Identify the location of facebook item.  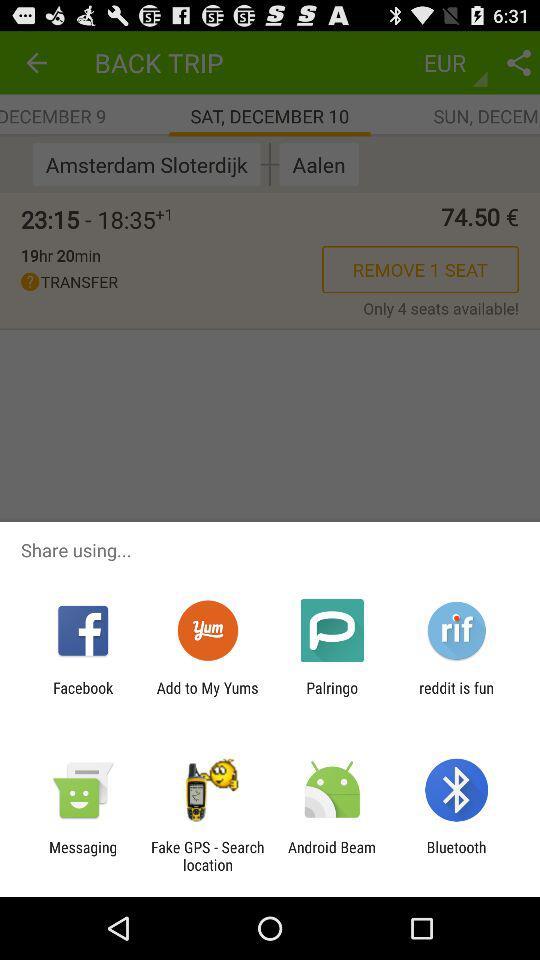
(82, 696).